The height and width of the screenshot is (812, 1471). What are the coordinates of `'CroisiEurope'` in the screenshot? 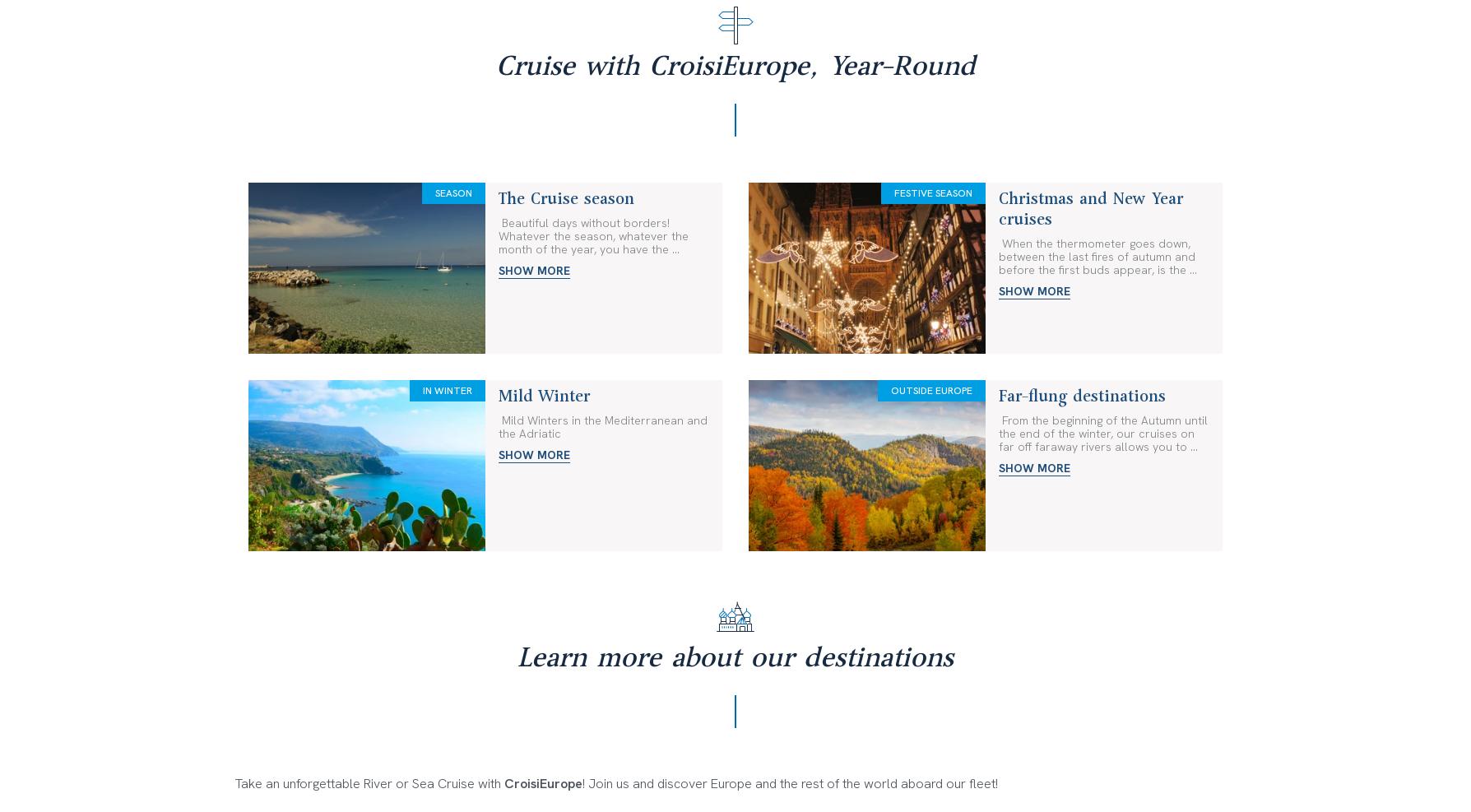 It's located at (764, 371).